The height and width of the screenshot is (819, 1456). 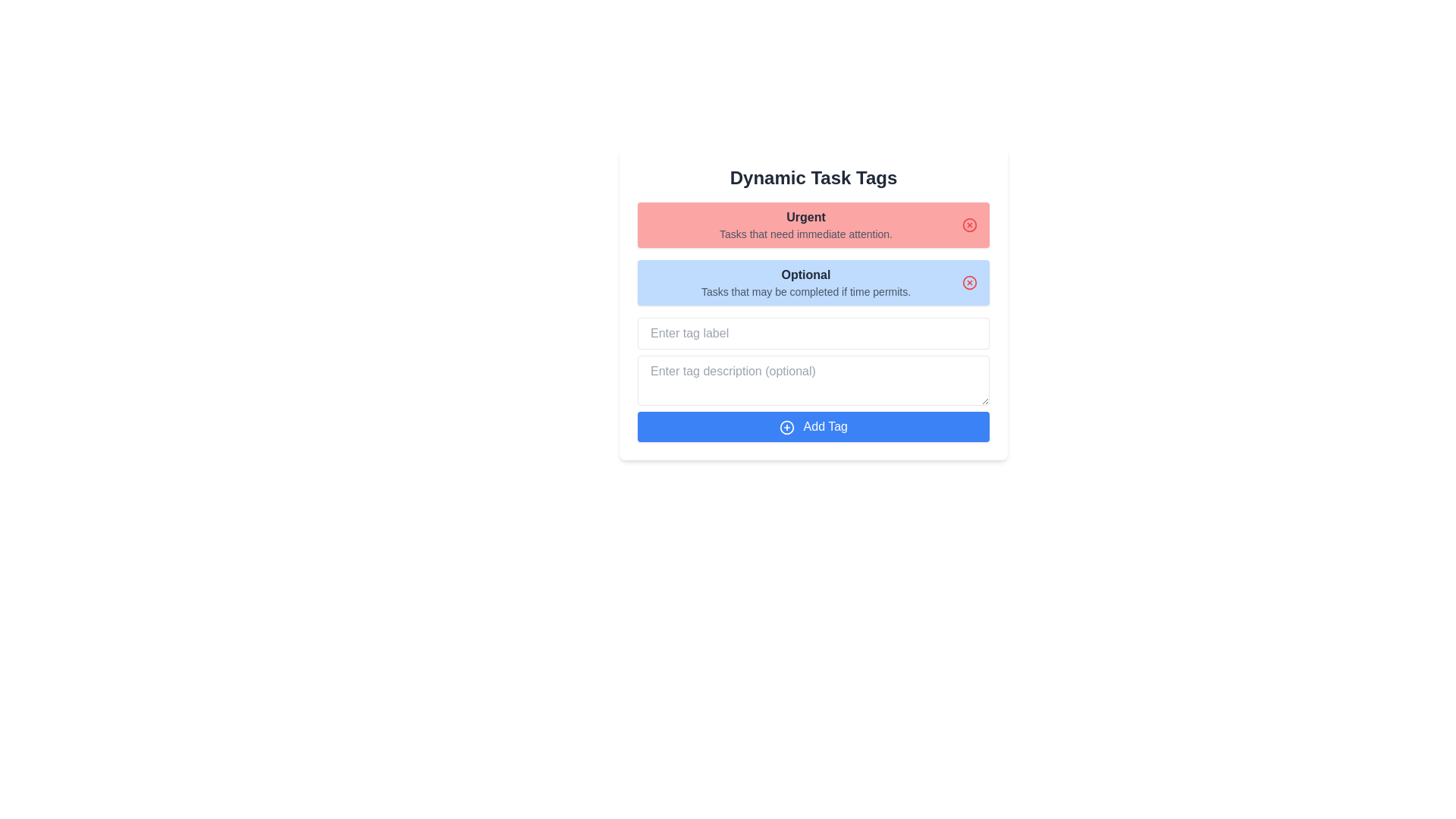 I want to click on bold, dark gray text element labeled 'Optional', which is styled with a larger font size and is centered in a light blue background, to determine its styles or text value, so click(x=805, y=275).